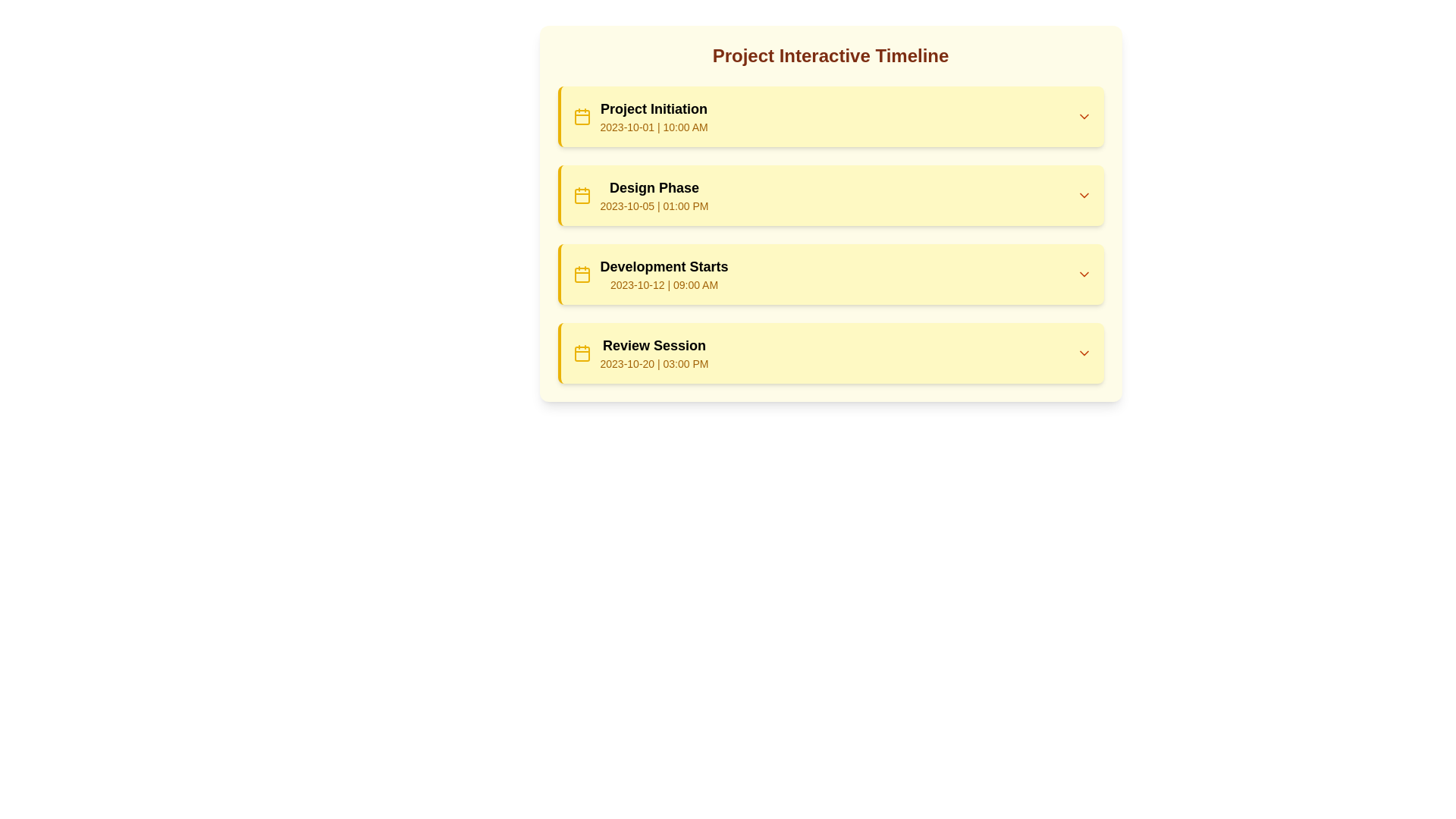 The height and width of the screenshot is (819, 1456). Describe the element at coordinates (830, 275) in the screenshot. I see `the Timeline entry labeled 'Development Starts'` at that location.